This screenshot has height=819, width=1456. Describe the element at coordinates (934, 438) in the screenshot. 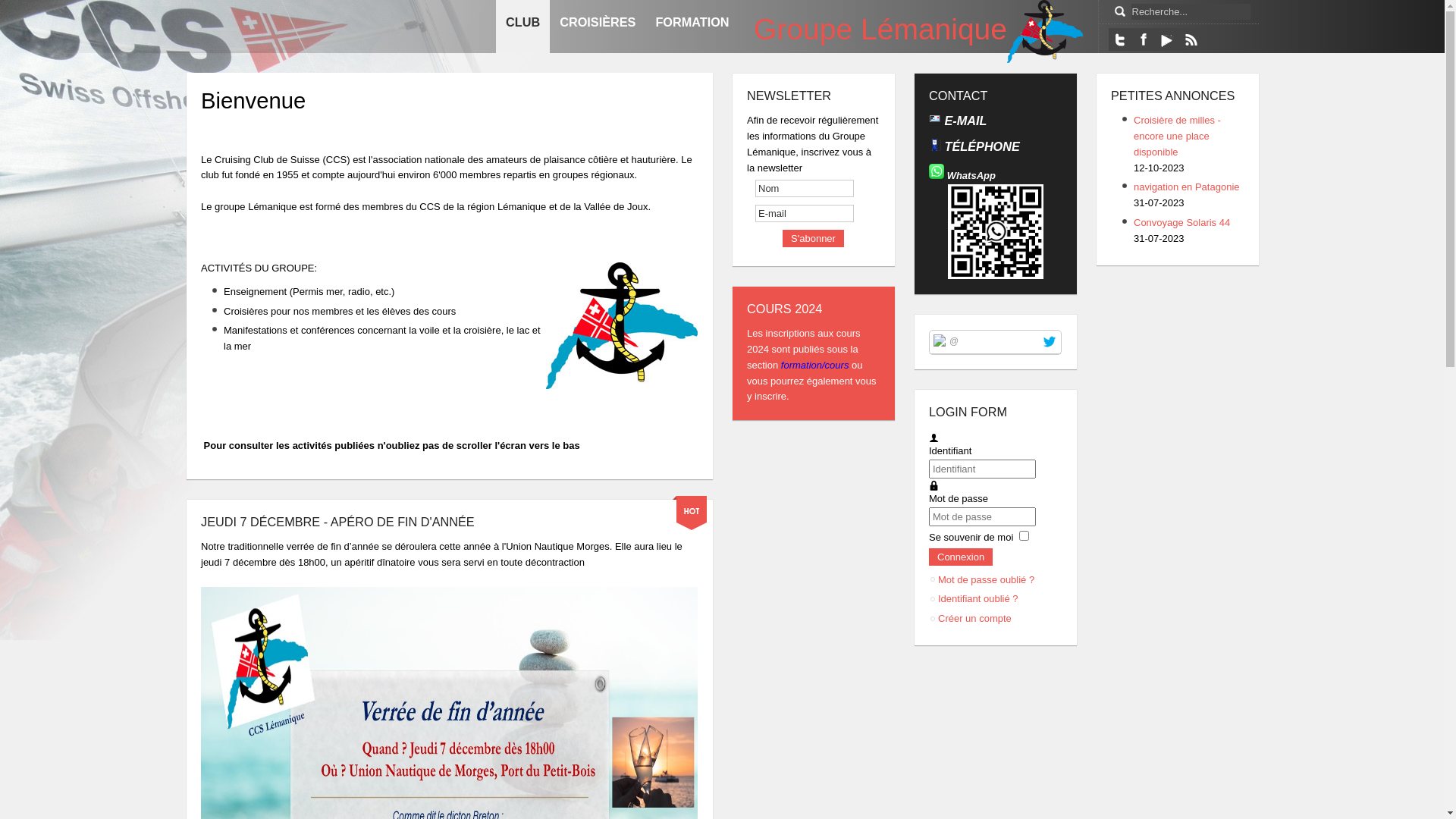

I see `'Identifiant'` at that location.